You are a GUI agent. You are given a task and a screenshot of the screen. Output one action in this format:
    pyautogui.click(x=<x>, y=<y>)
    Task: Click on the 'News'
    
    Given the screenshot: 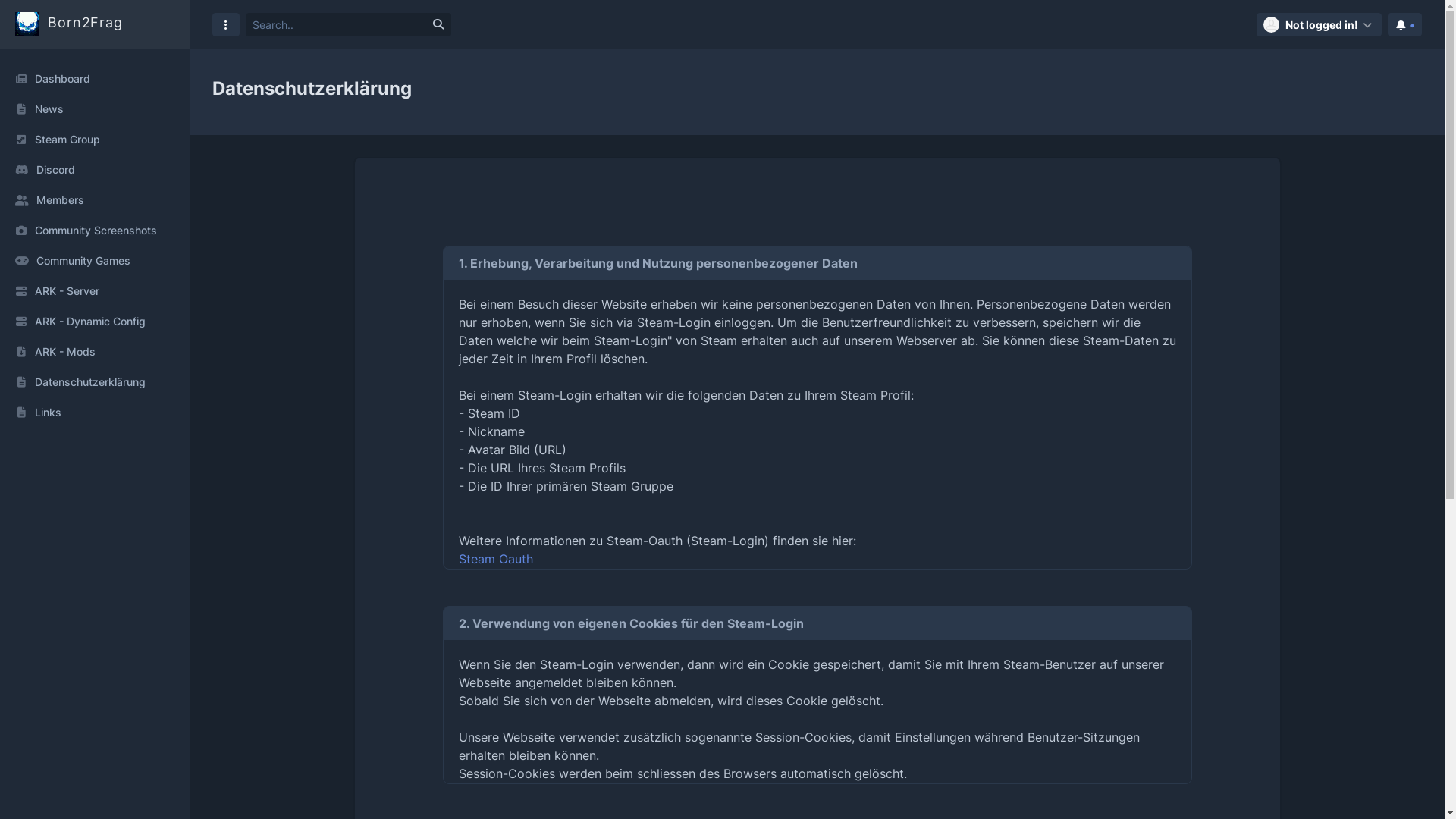 What is the action you would take?
    pyautogui.click(x=93, y=108)
    